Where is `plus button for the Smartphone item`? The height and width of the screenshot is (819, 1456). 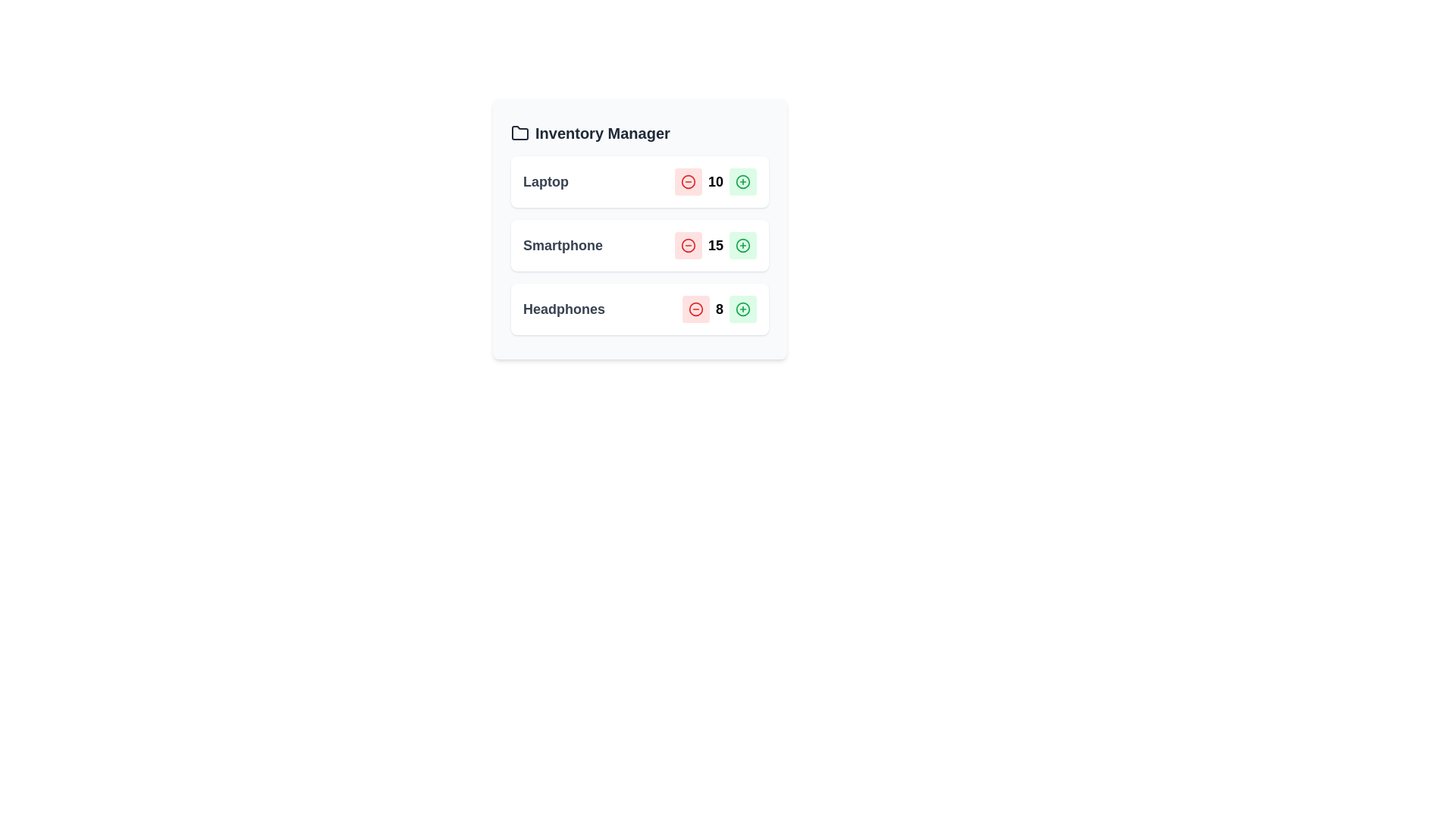 plus button for the Smartphone item is located at coordinates (742, 245).